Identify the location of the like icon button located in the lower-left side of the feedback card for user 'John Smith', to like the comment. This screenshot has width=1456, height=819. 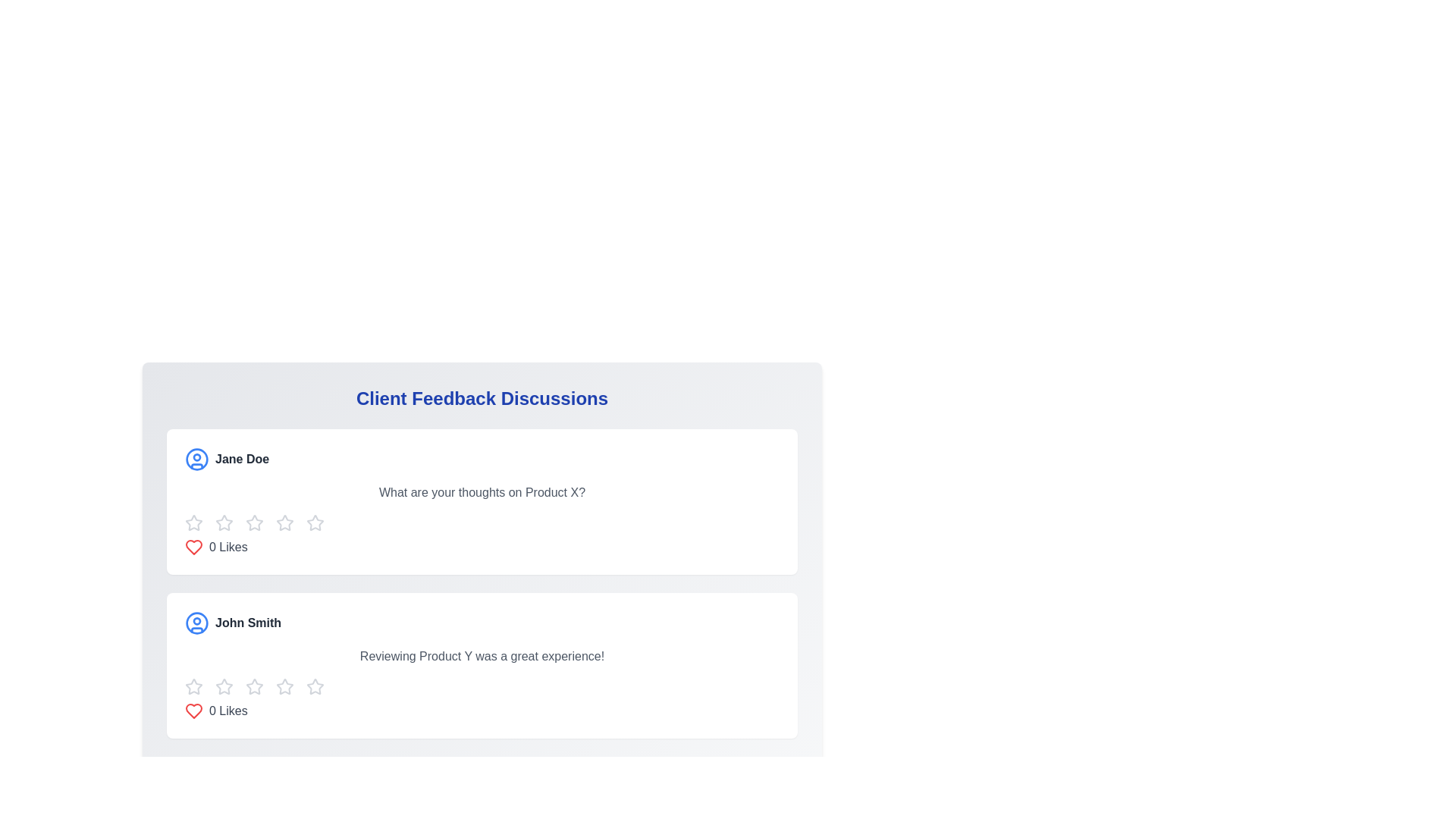
(193, 711).